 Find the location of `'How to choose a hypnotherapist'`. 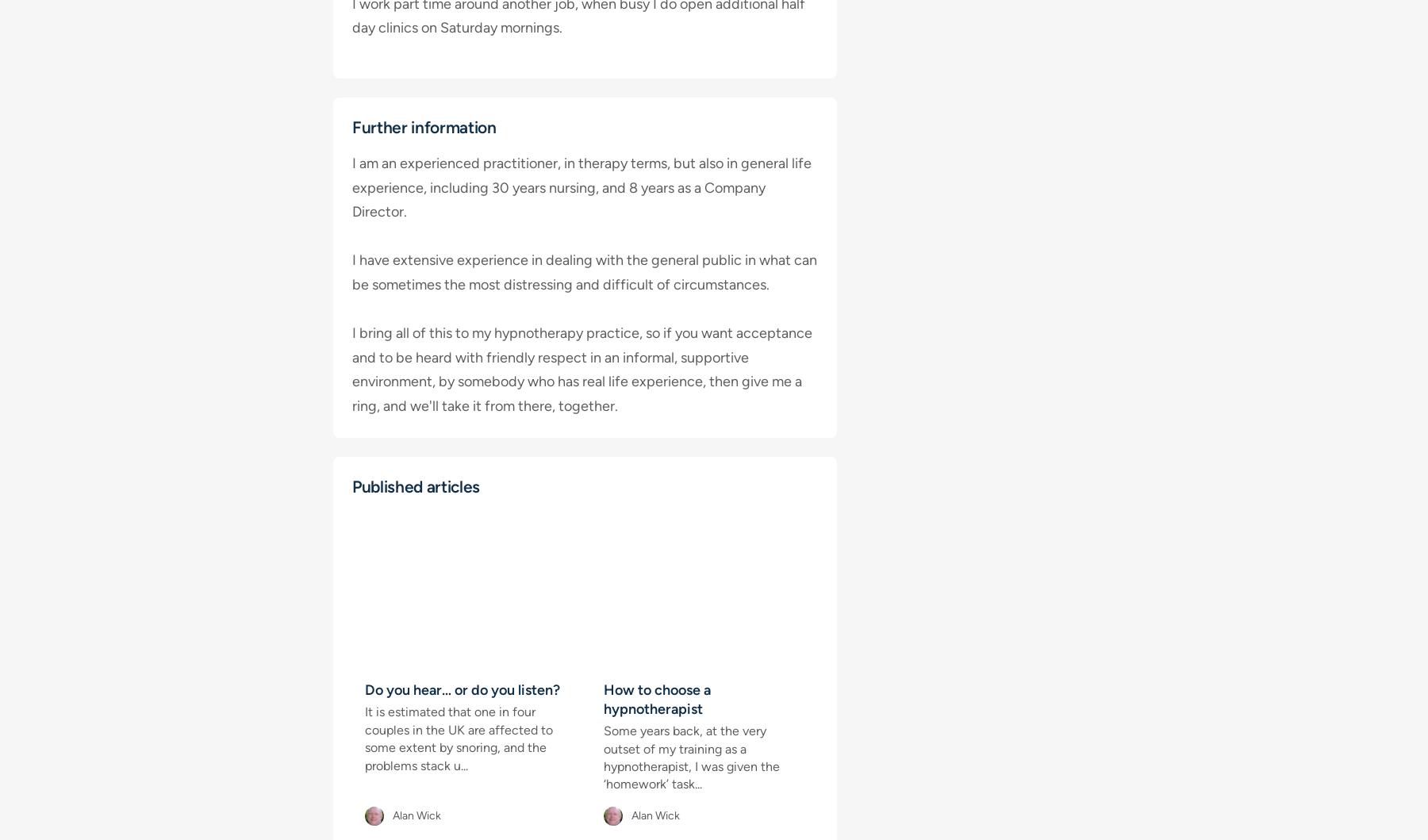

'How to choose a hypnotherapist' is located at coordinates (657, 700).